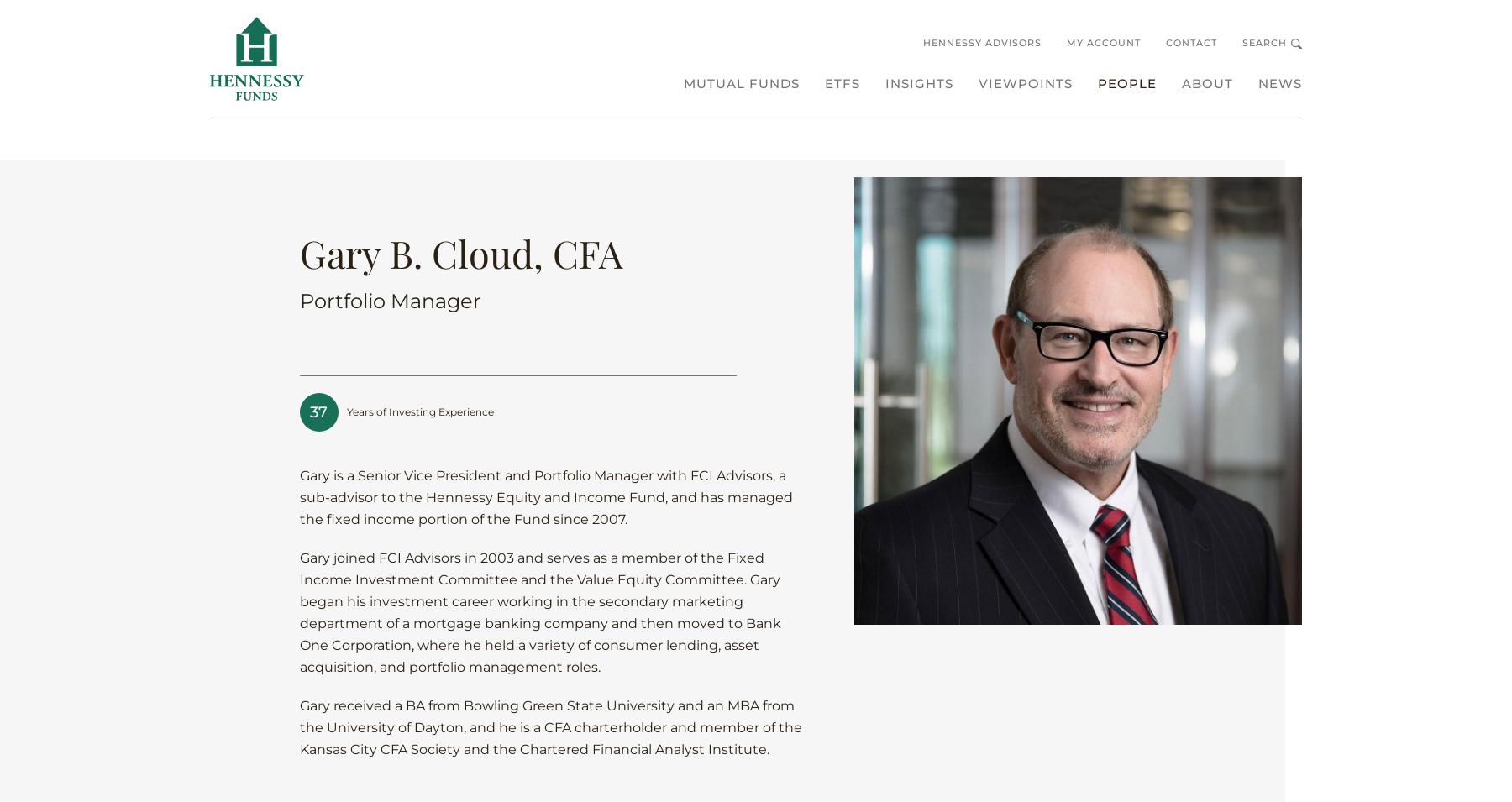 This screenshot has height=802, width=1512. I want to click on 'Hennessy Advisors', so click(981, 41).